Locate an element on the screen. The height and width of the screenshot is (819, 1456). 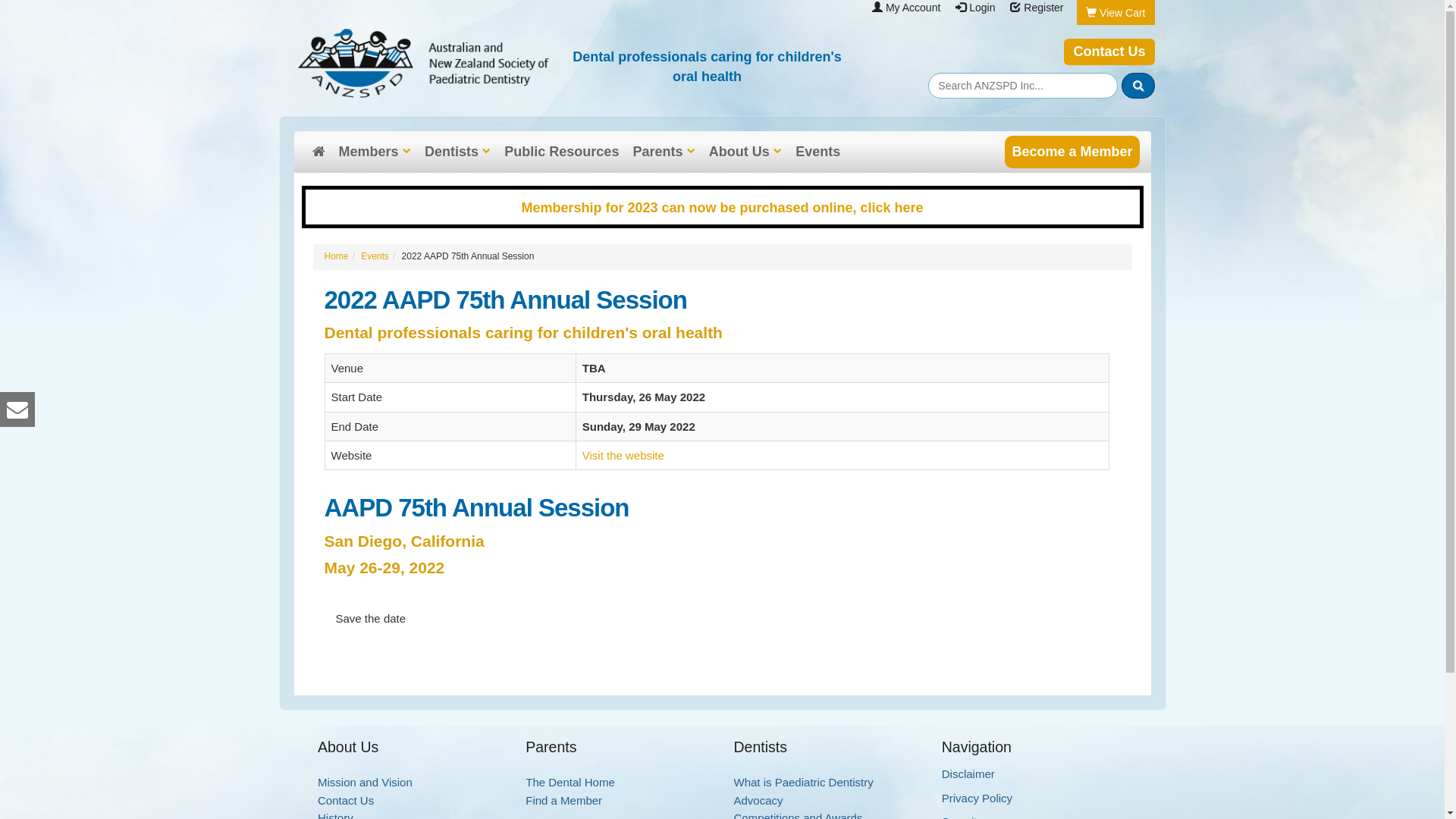
'Public Resources' is located at coordinates (560, 152).